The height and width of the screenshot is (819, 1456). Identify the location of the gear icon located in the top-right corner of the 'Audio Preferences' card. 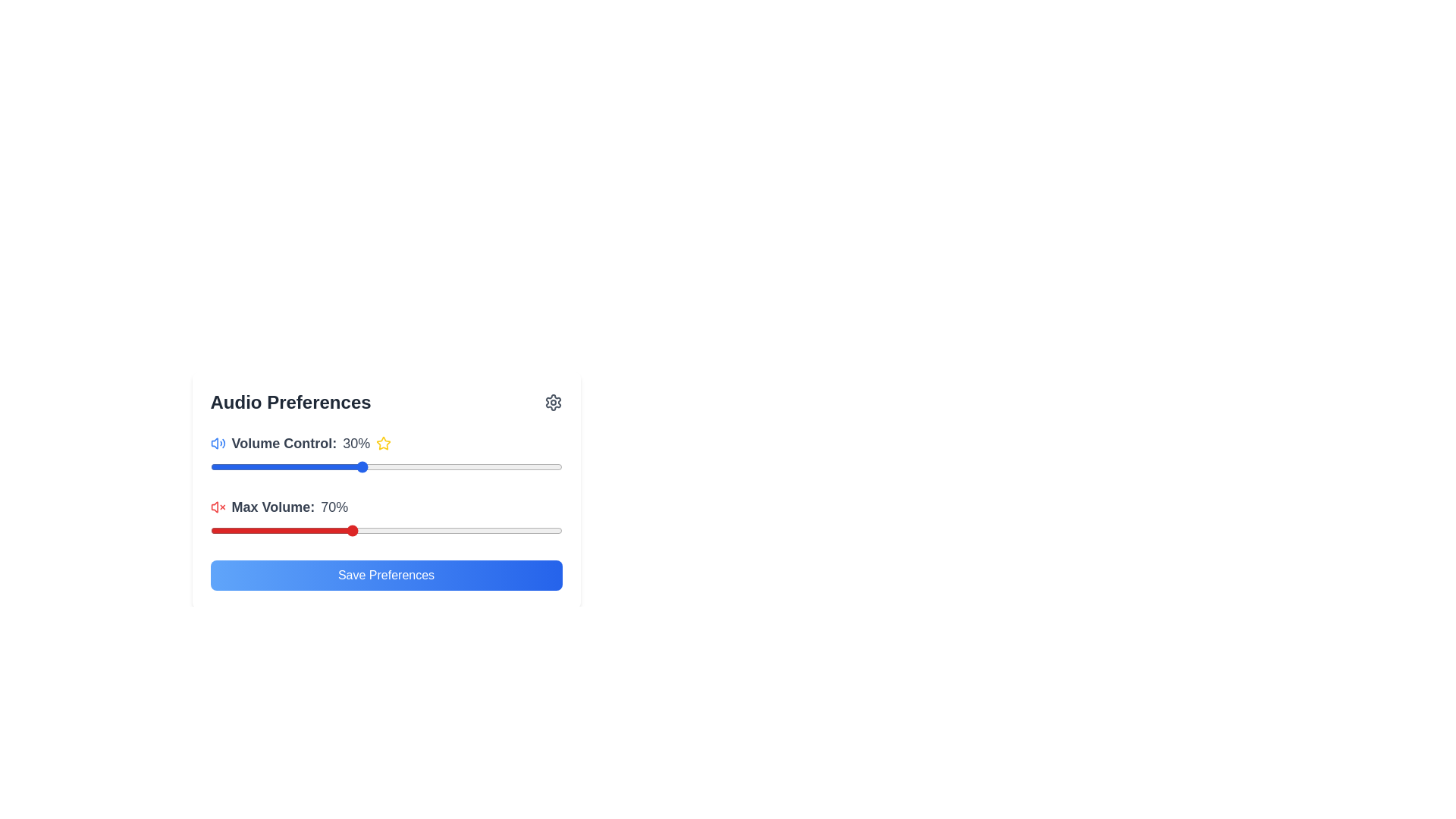
(552, 402).